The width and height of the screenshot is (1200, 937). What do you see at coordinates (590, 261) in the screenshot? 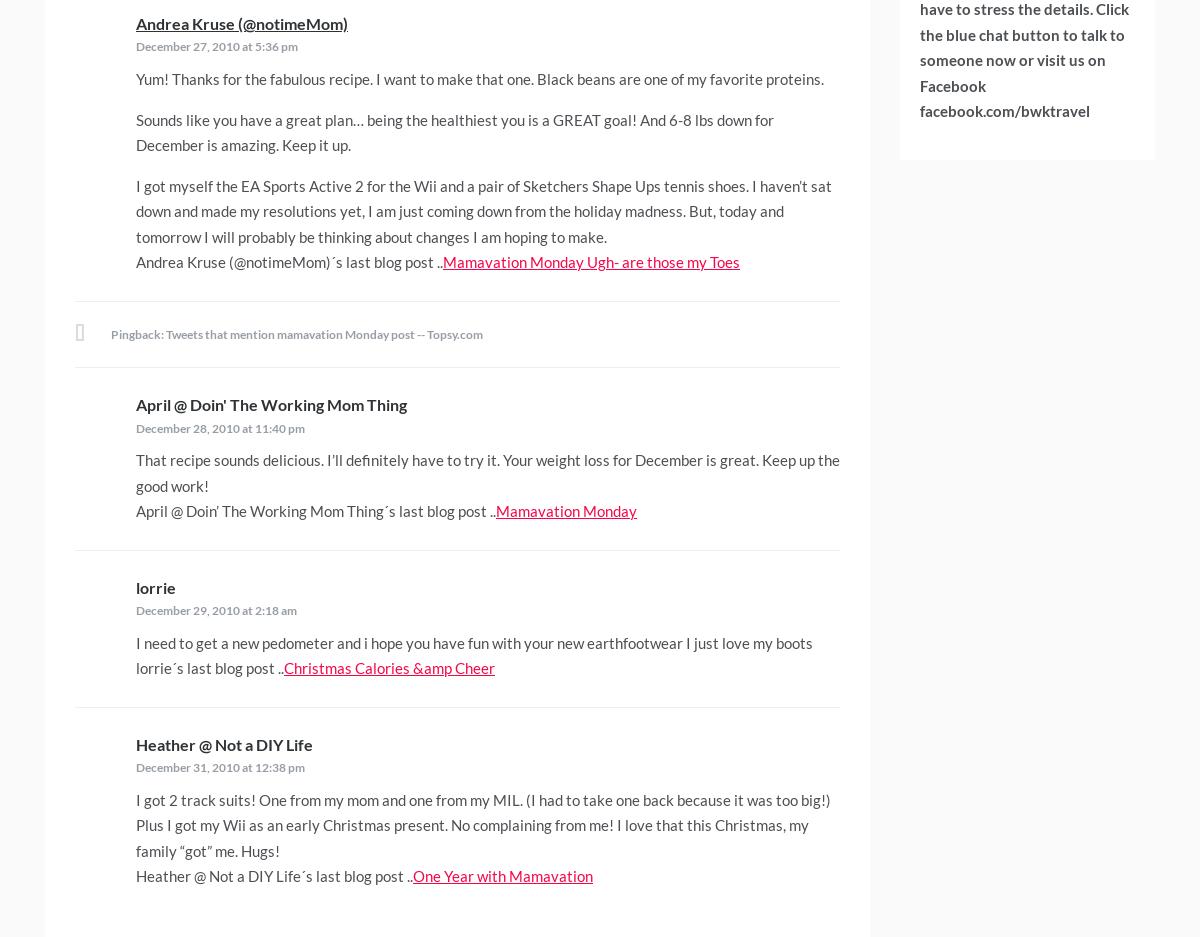
I see `'Mamavation Monday Ugh- are those my Toes'` at bounding box center [590, 261].